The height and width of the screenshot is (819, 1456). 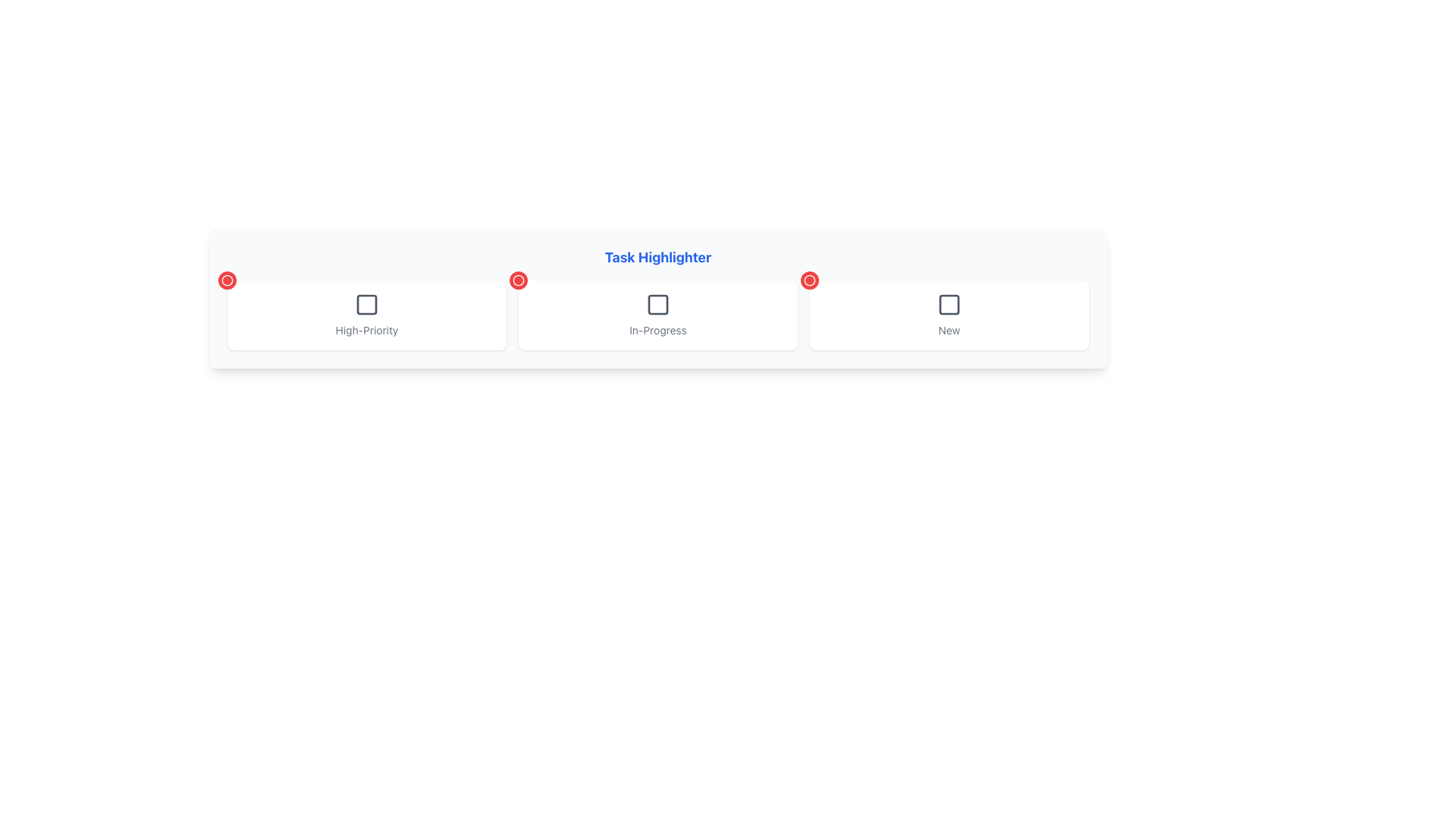 What do you see at coordinates (949, 304) in the screenshot?
I see `the 'New' category icon located in the rightmost card of a three-column layout` at bounding box center [949, 304].